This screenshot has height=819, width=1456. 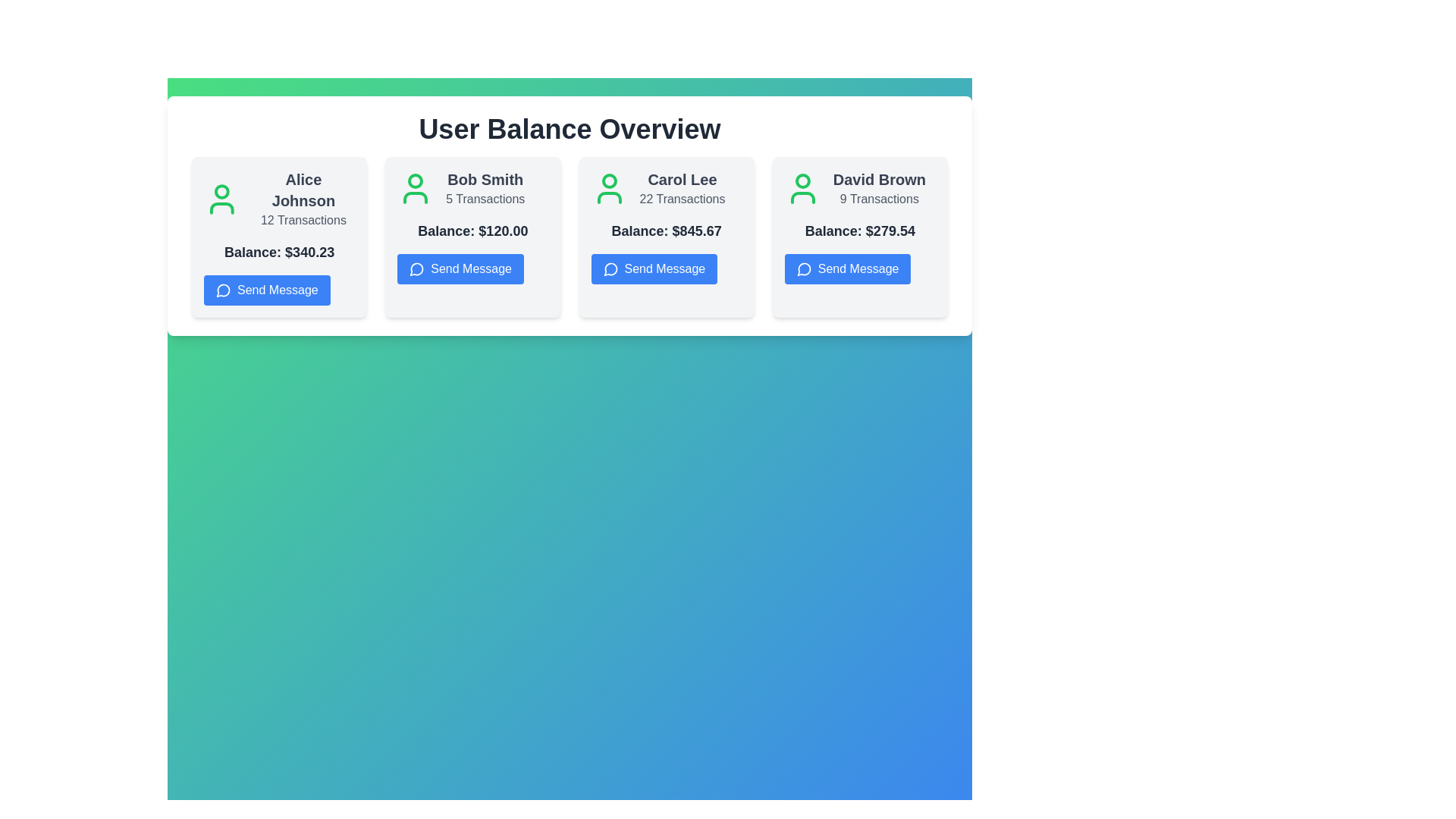 What do you see at coordinates (860, 231) in the screenshot?
I see `the 'Balance: $279.54' text display element located in the card for 'David Brown', which is styled in bold dark gray on a light background, positioned below the header and above the 'Send Message' button` at bounding box center [860, 231].